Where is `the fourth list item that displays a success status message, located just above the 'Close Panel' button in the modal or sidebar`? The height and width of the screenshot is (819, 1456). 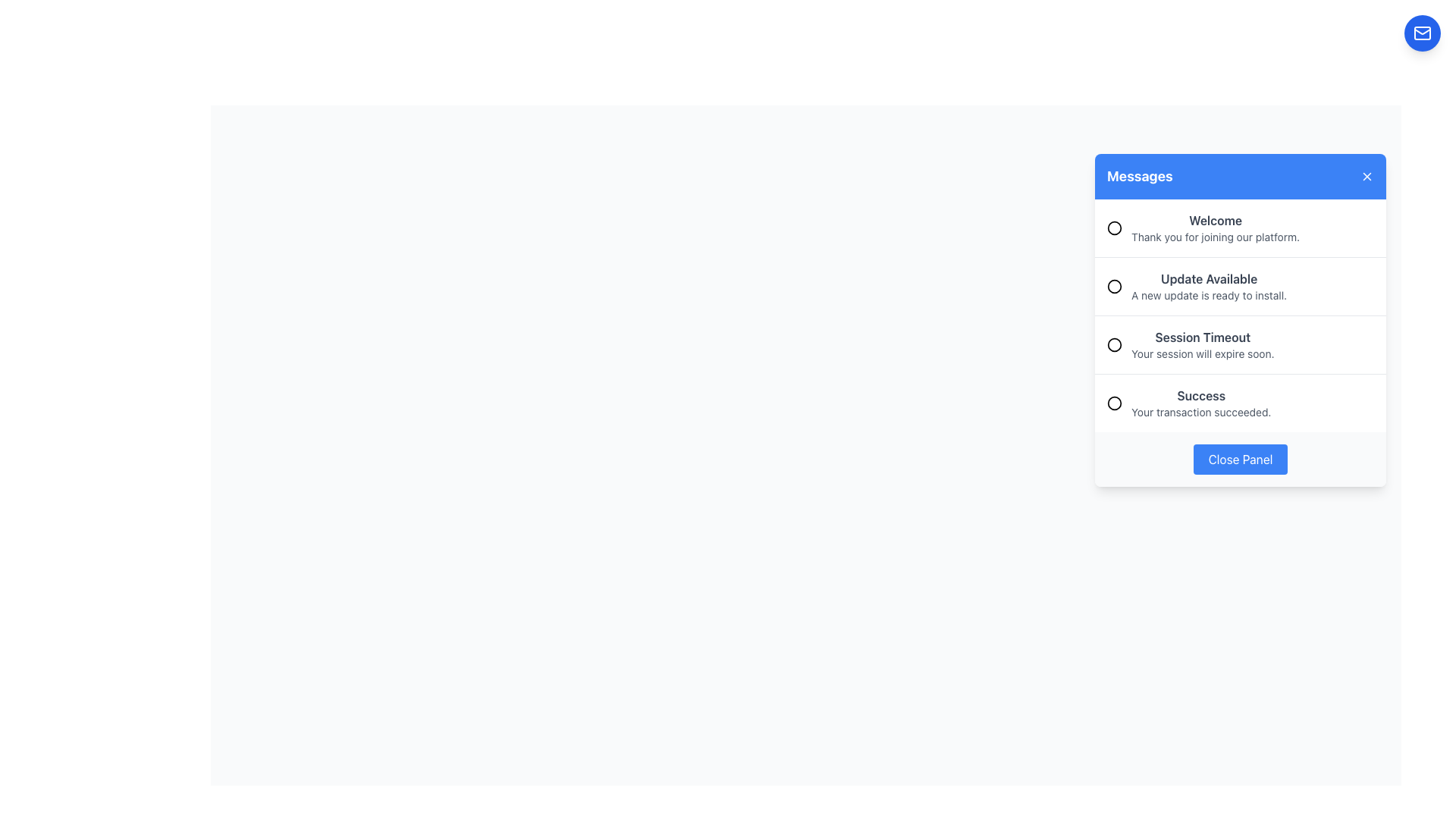
the fourth list item that displays a success status message, located just above the 'Close Panel' button in the modal or sidebar is located at coordinates (1241, 402).